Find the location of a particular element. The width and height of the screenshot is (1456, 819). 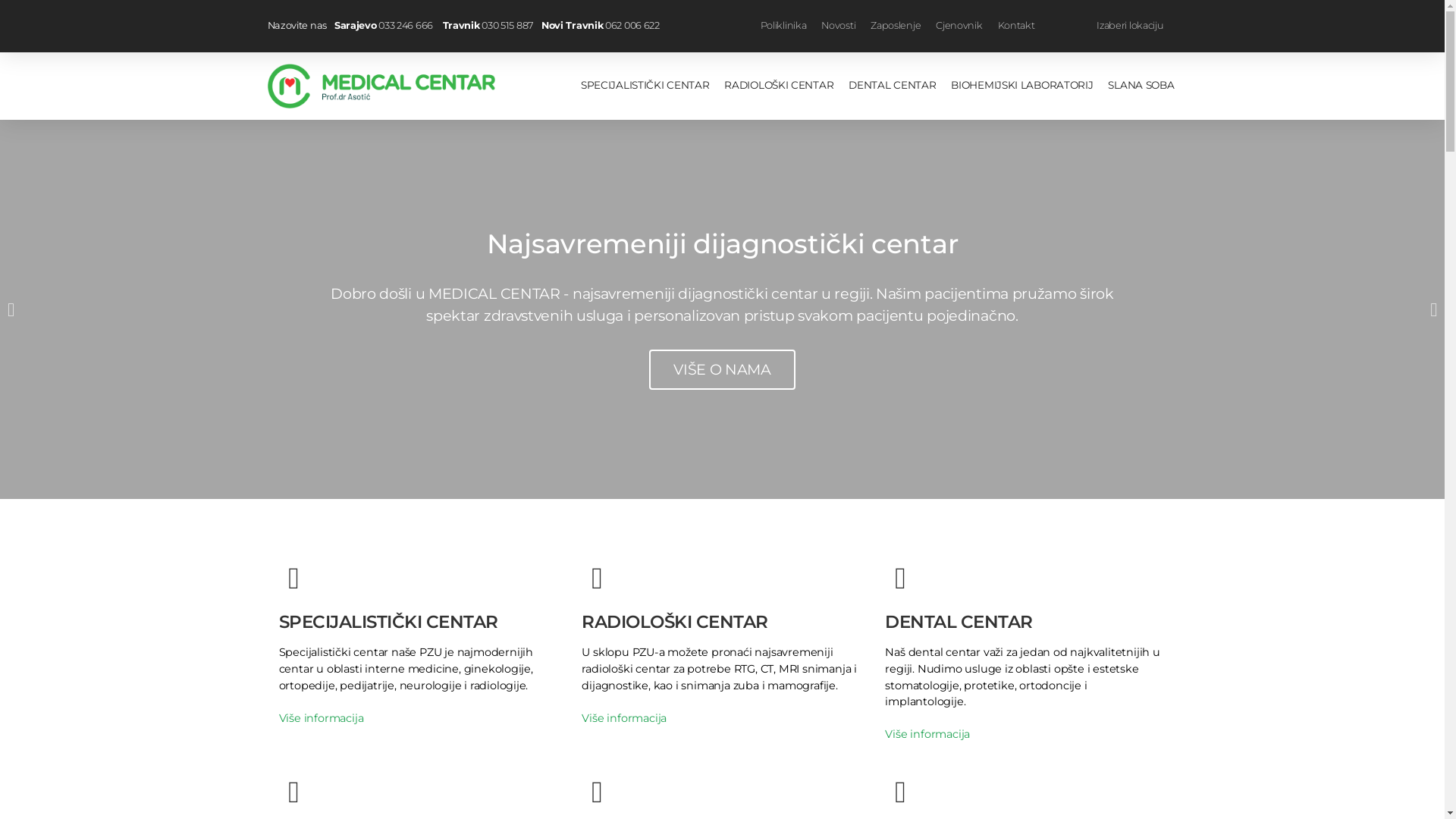

'Zaposlenje' is located at coordinates (895, 26).